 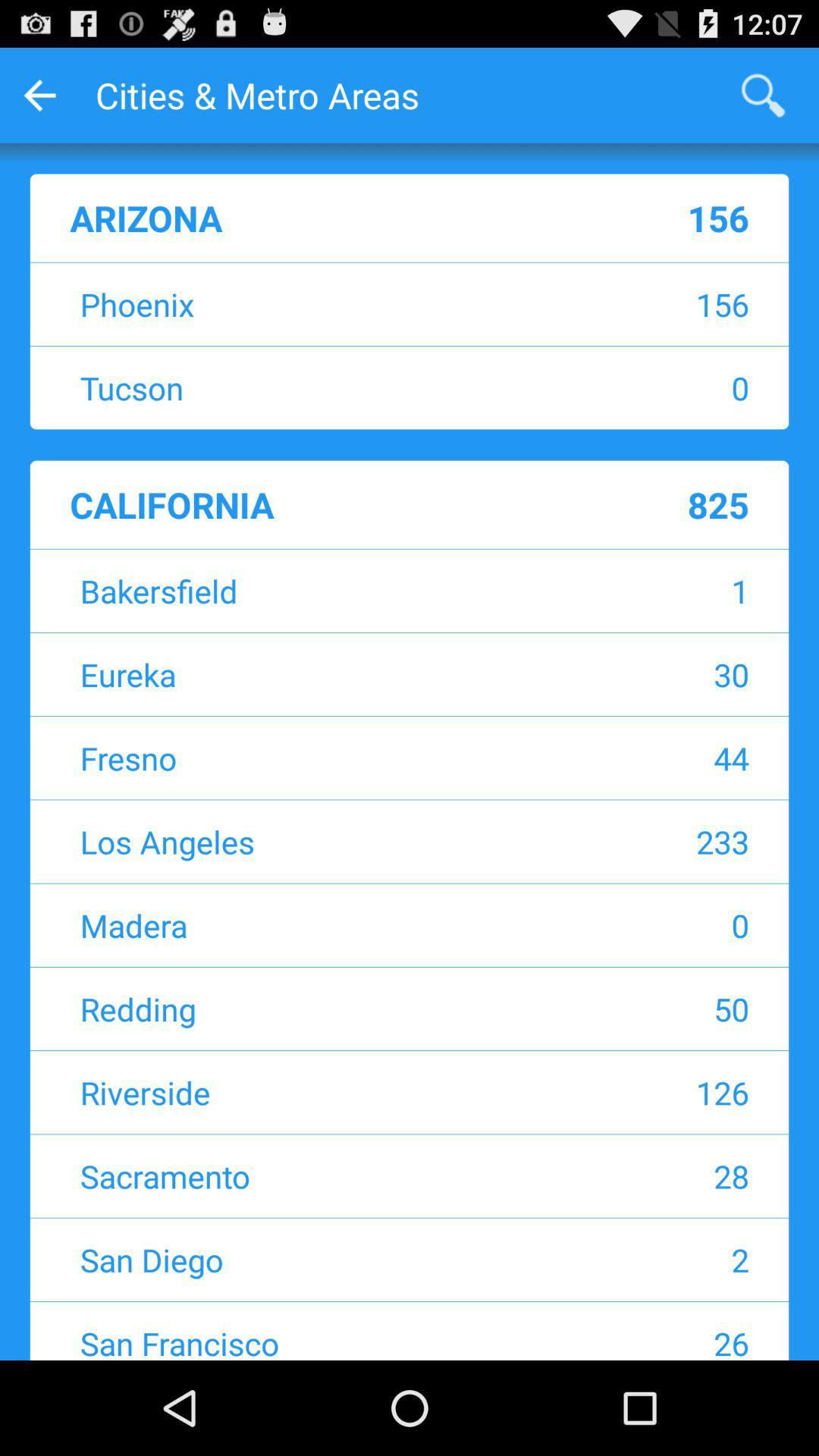 What do you see at coordinates (648, 590) in the screenshot?
I see `the icon above the eureka app` at bounding box center [648, 590].